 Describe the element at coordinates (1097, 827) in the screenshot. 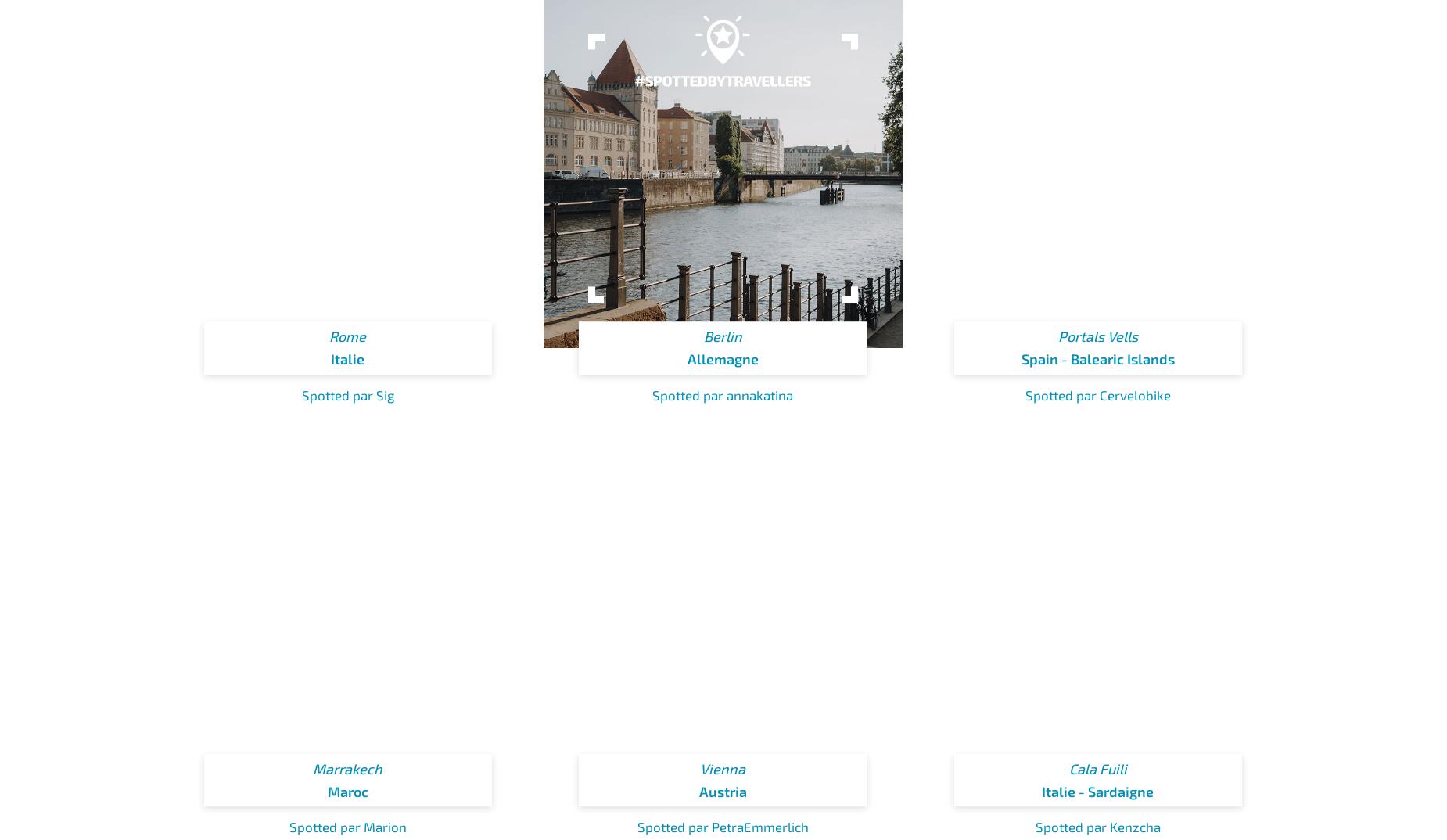

I see `'Spotted par Kenzcha'` at that location.